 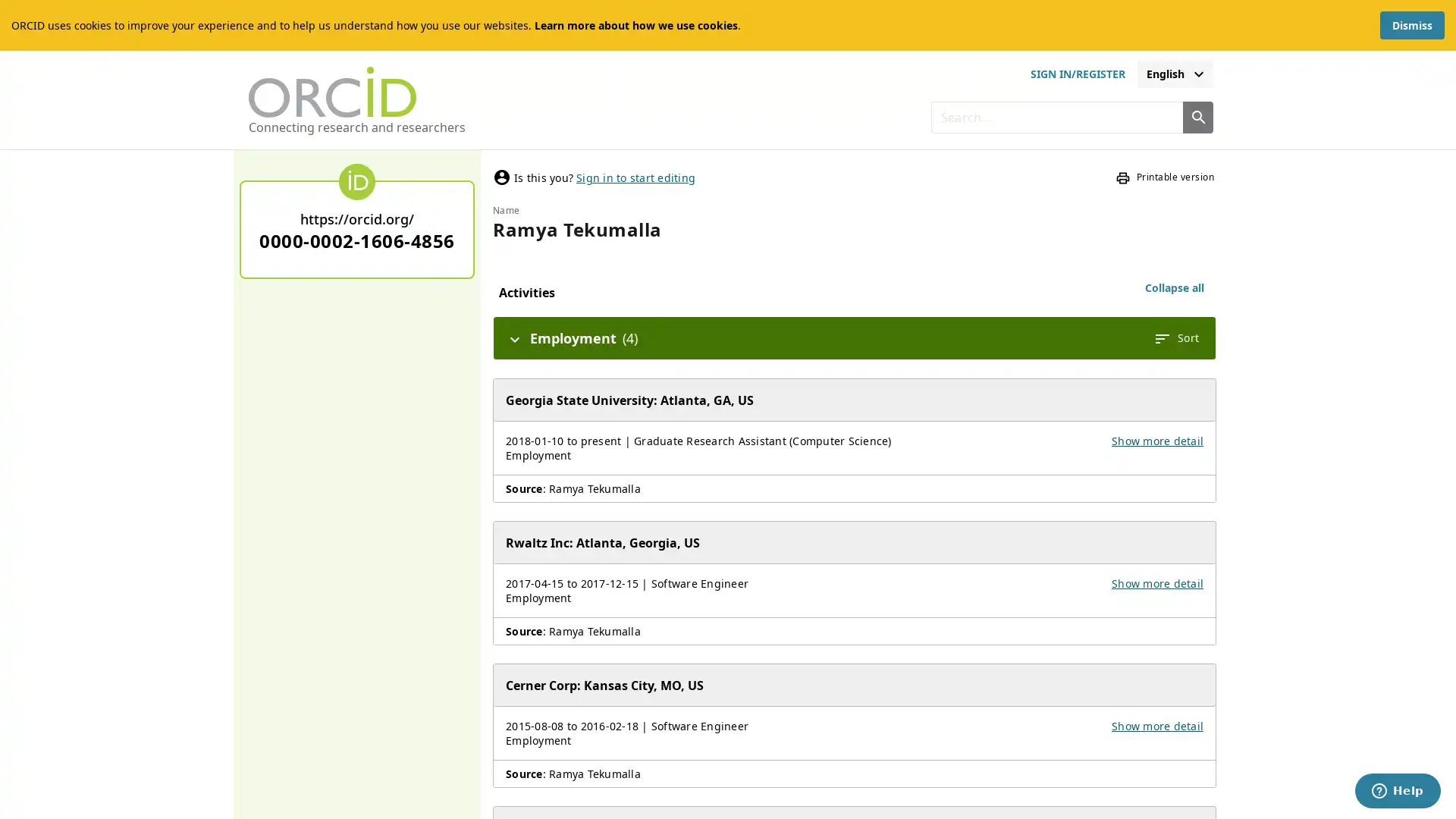 I want to click on Dismiss, so click(x=1411, y=25).